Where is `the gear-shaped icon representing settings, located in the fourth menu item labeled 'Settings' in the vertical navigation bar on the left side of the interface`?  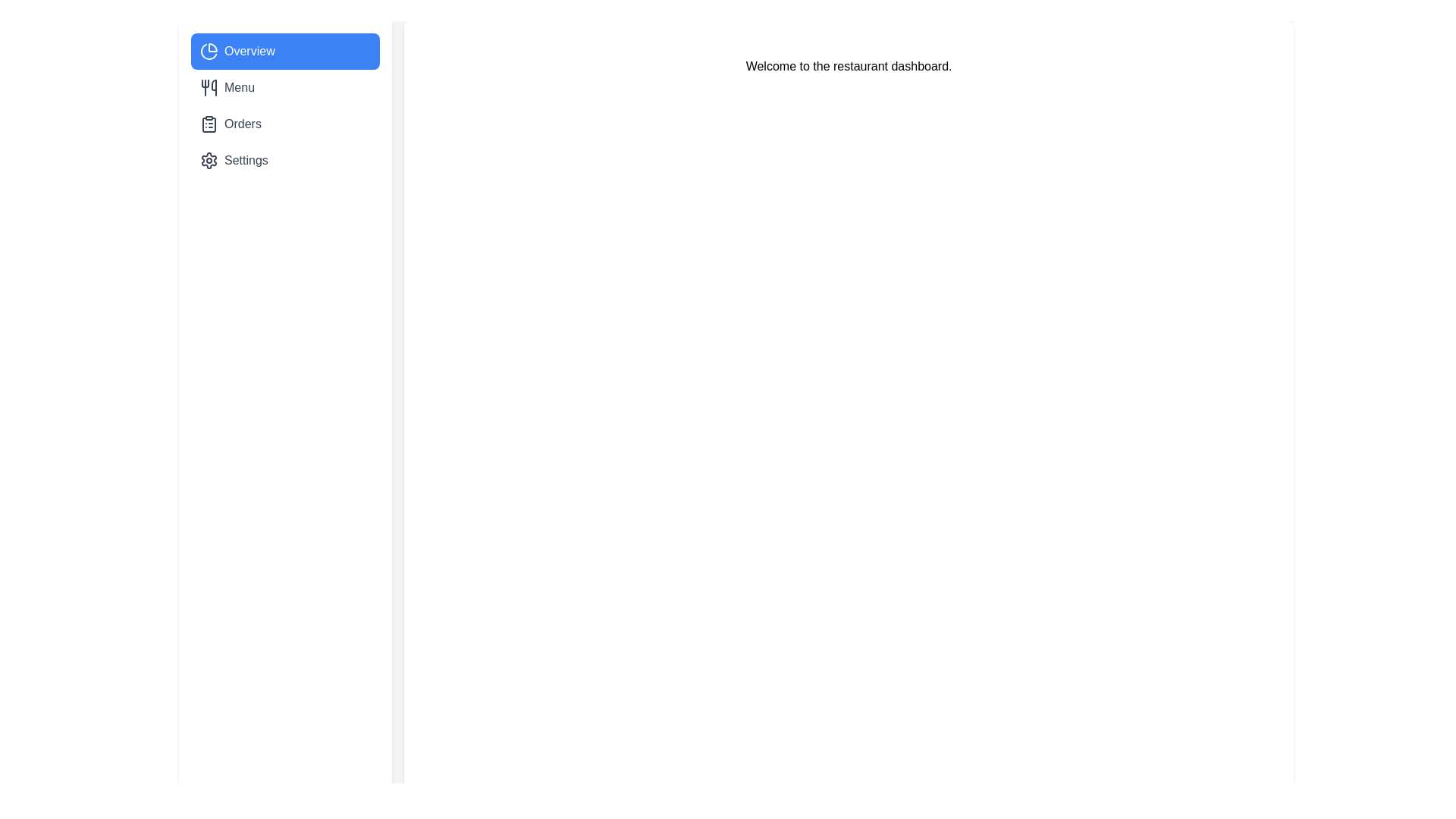 the gear-shaped icon representing settings, located in the fourth menu item labeled 'Settings' in the vertical navigation bar on the left side of the interface is located at coordinates (208, 161).